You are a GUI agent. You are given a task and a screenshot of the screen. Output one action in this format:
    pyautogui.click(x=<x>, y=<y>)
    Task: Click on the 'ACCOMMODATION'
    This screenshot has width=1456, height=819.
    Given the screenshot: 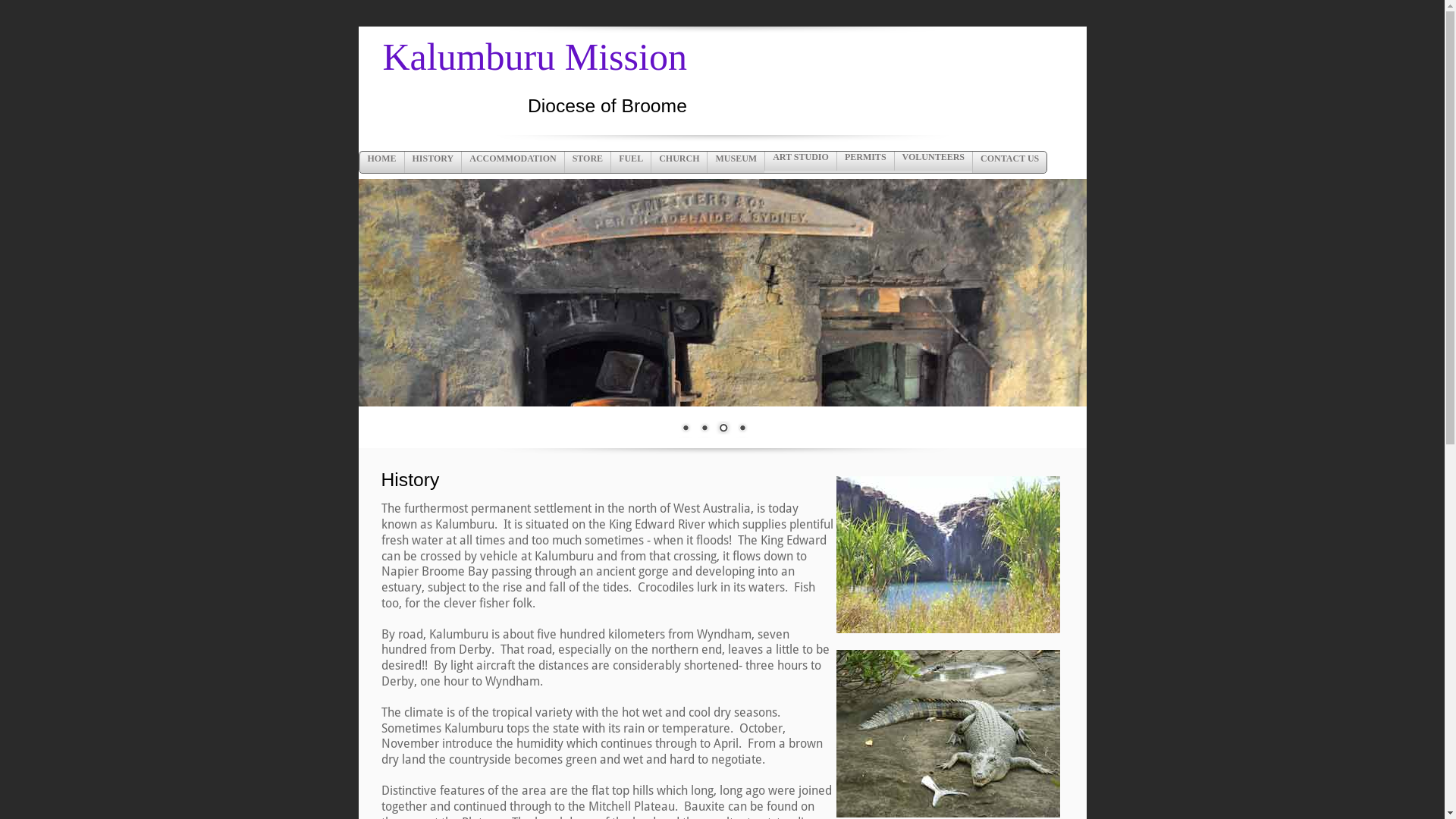 What is the action you would take?
    pyautogui.click(x=512, y=162)
    